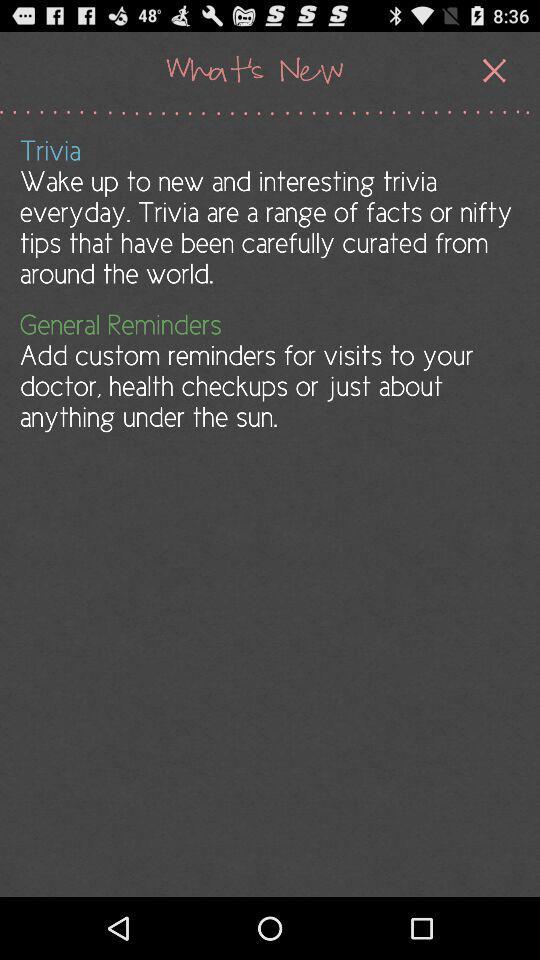 The height and width of the screenshot is (960, 540). I want to click on icon above general reminders add, so click(268, 212).